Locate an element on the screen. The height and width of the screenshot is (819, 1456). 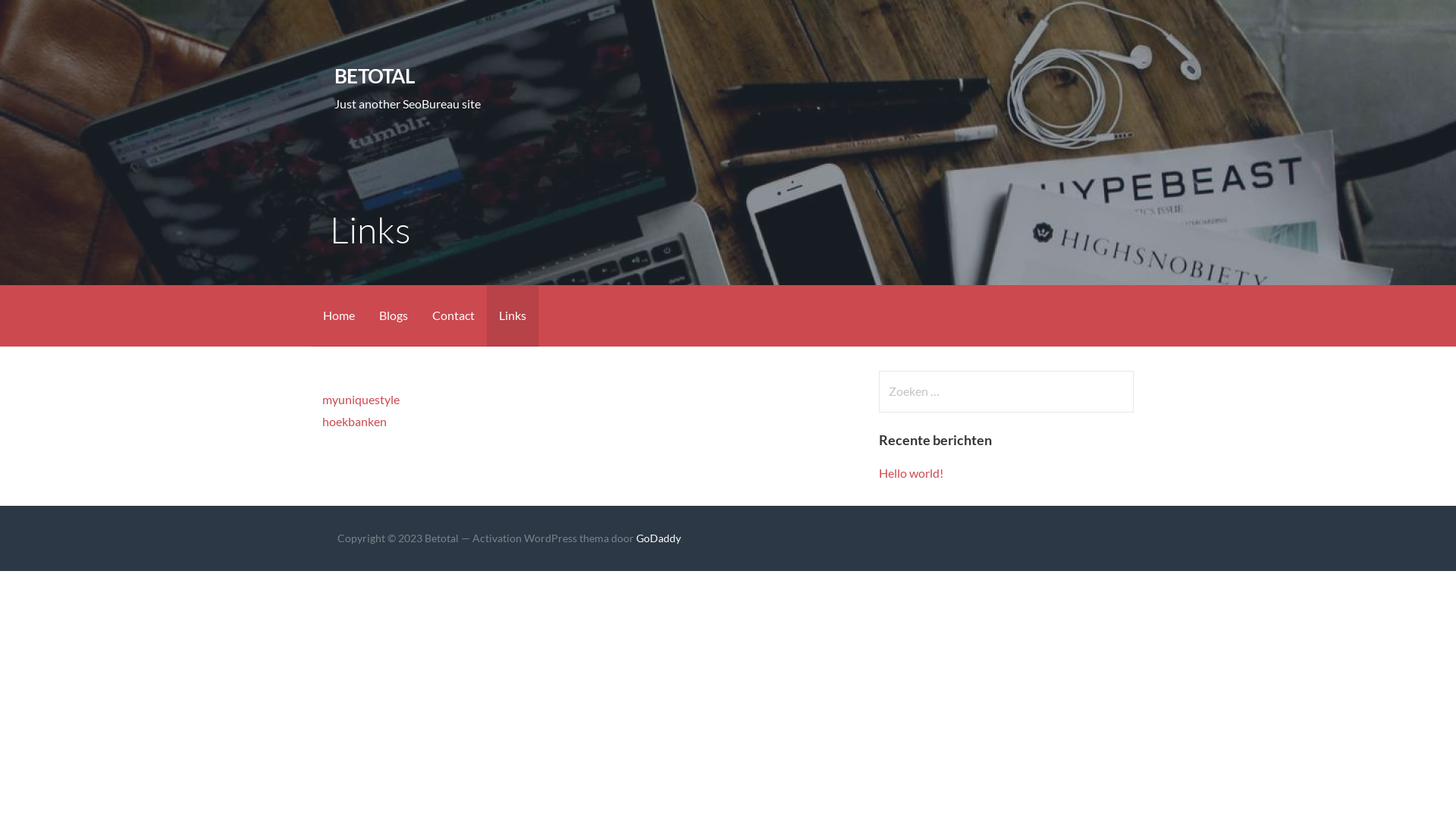
'Blogs' is located at coordinates (393, 315).